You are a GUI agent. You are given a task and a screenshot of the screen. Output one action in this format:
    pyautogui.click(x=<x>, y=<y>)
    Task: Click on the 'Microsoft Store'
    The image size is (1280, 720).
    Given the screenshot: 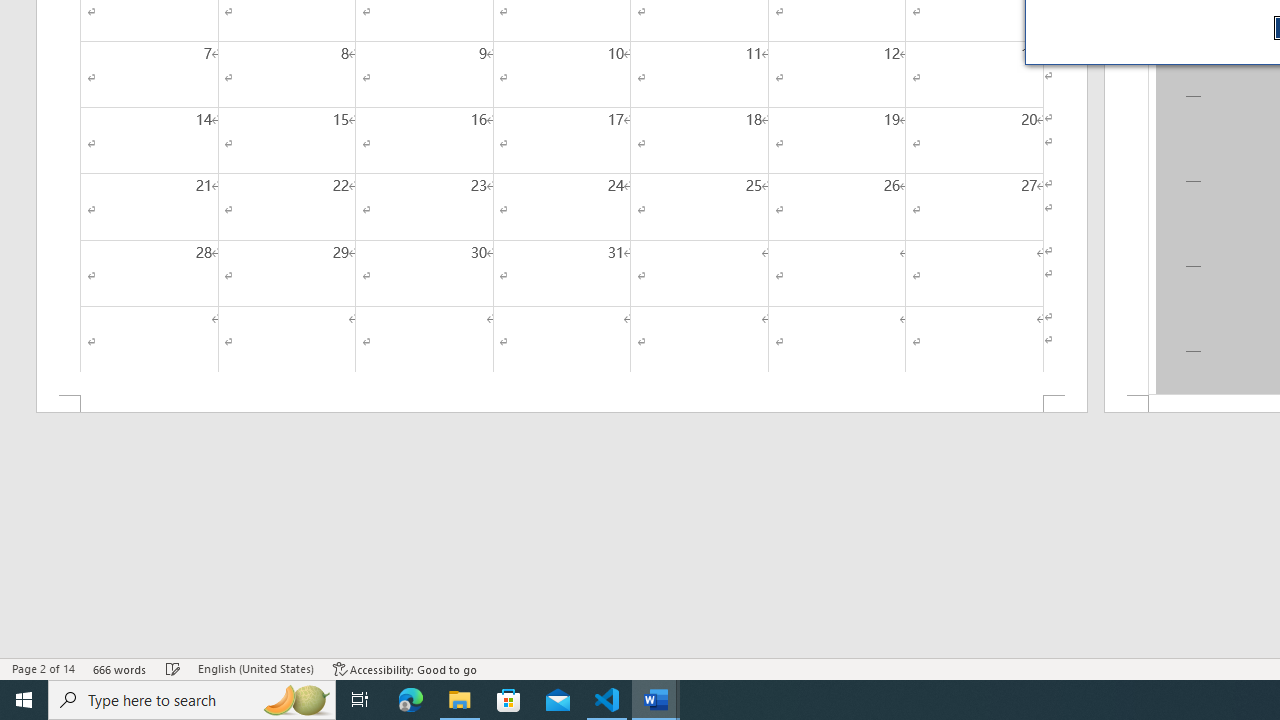 What is the action you would take?
    pyautogui.click(x=509, y=698)
    